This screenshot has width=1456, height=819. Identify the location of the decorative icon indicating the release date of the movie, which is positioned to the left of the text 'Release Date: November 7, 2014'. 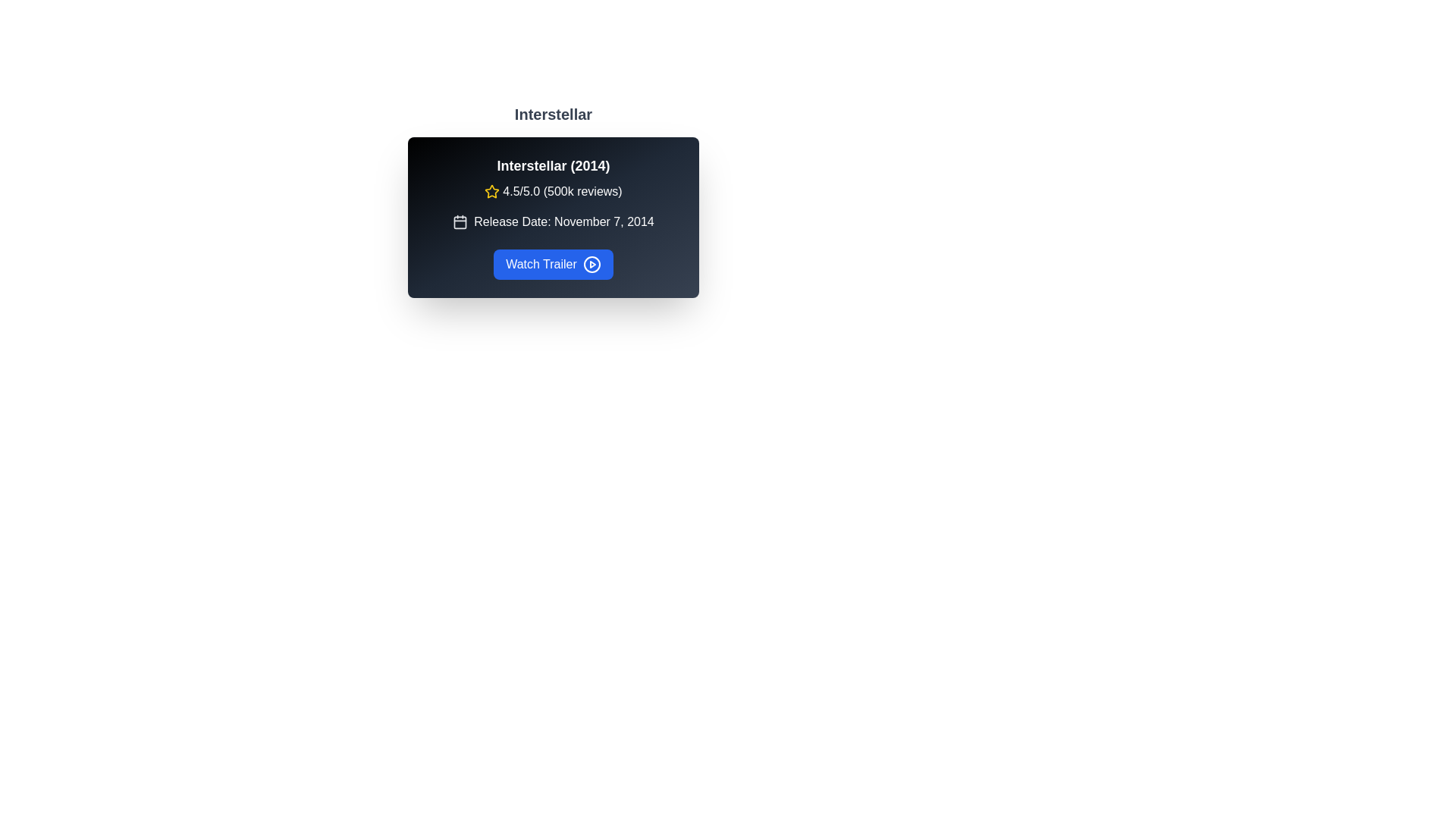
(460, 222).